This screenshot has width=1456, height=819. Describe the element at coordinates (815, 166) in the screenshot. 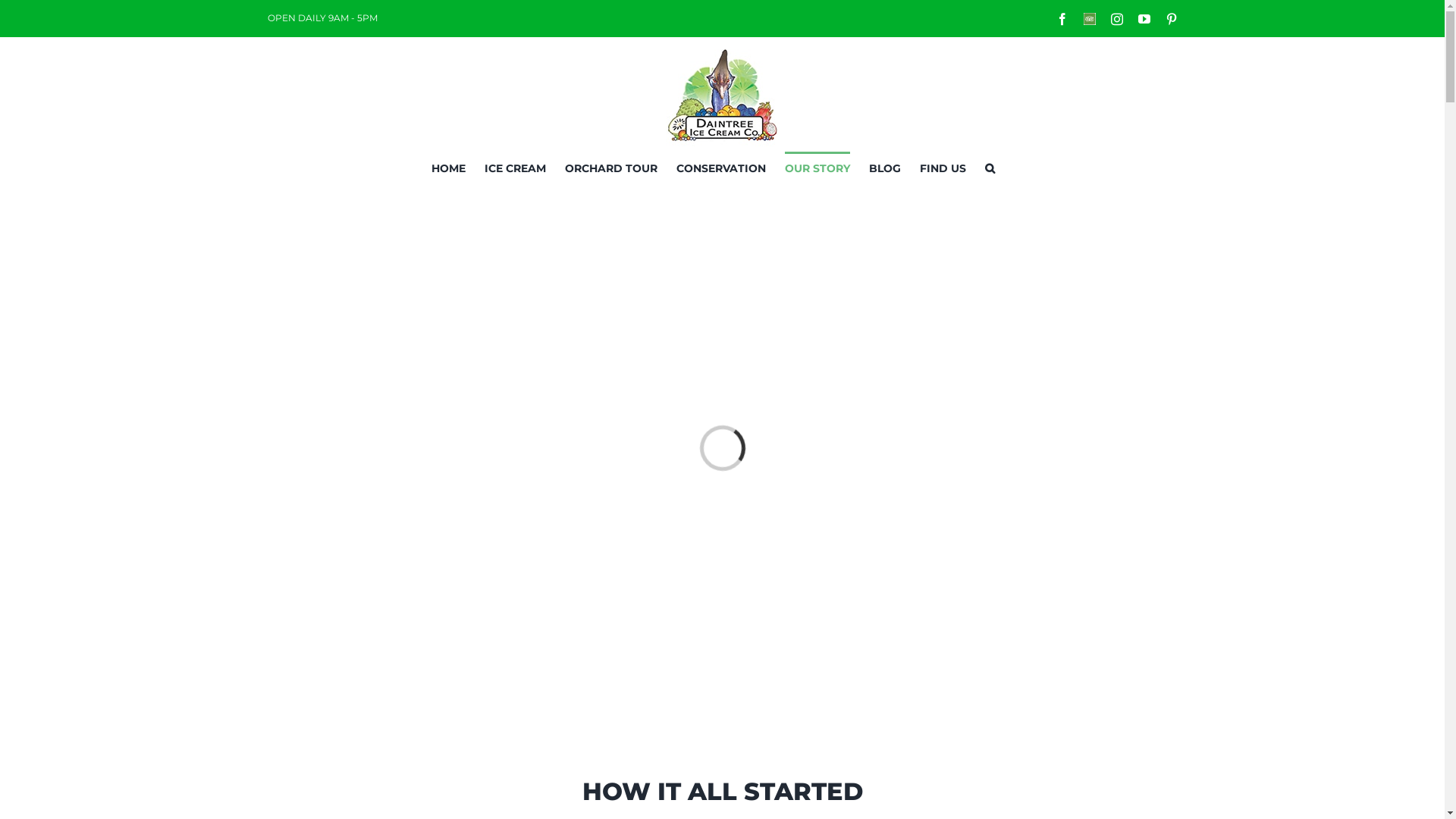

I see `'OUR STORY'` at that location.